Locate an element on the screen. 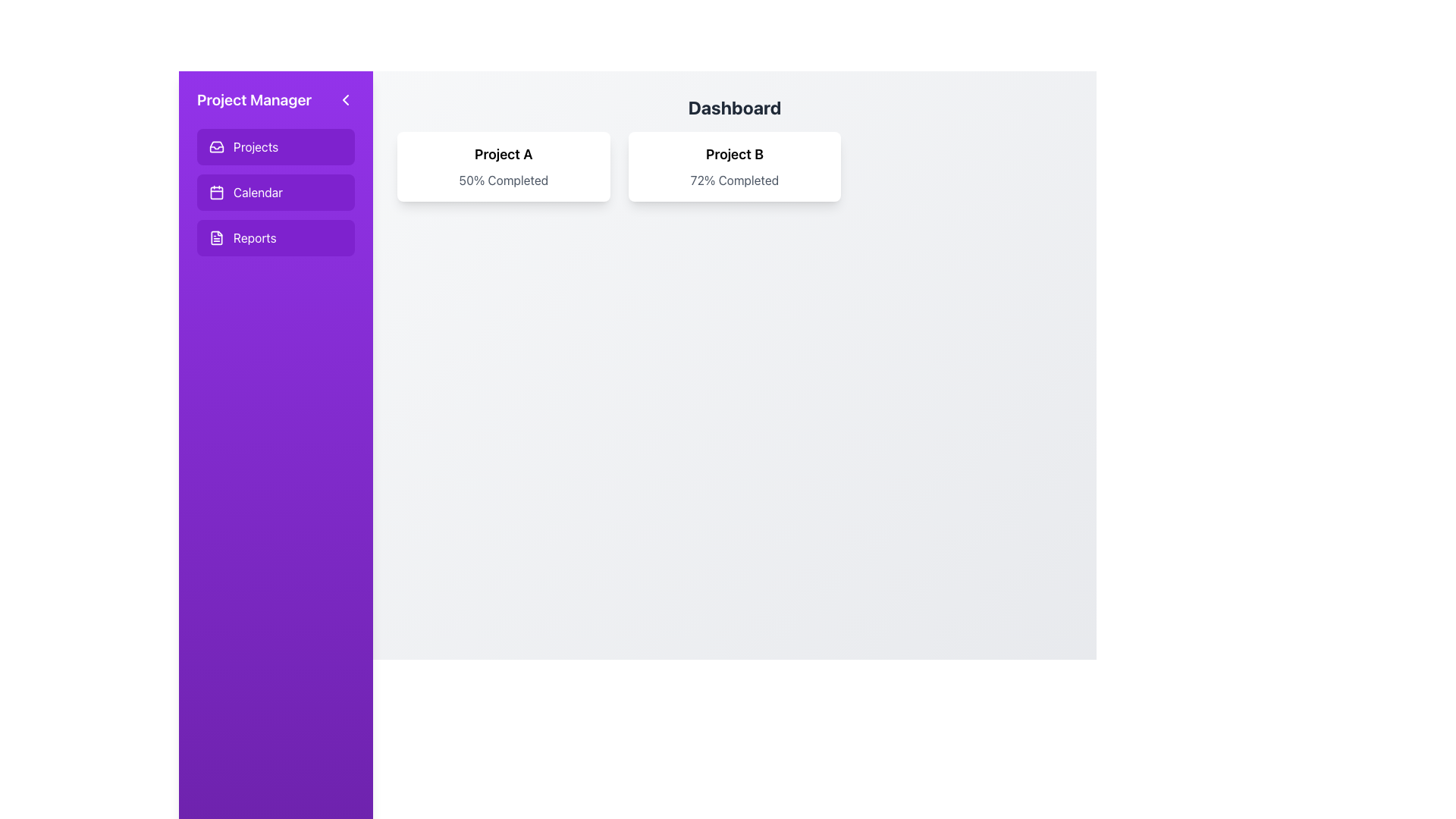 Image resolution: width=1456 pixels, height=819 pixels. the document or file outline icon located in the 'Reports' section of the sidebar menu, which is the first graphical element under the 'Reports' navigation item is located at coordinates (216, 237).